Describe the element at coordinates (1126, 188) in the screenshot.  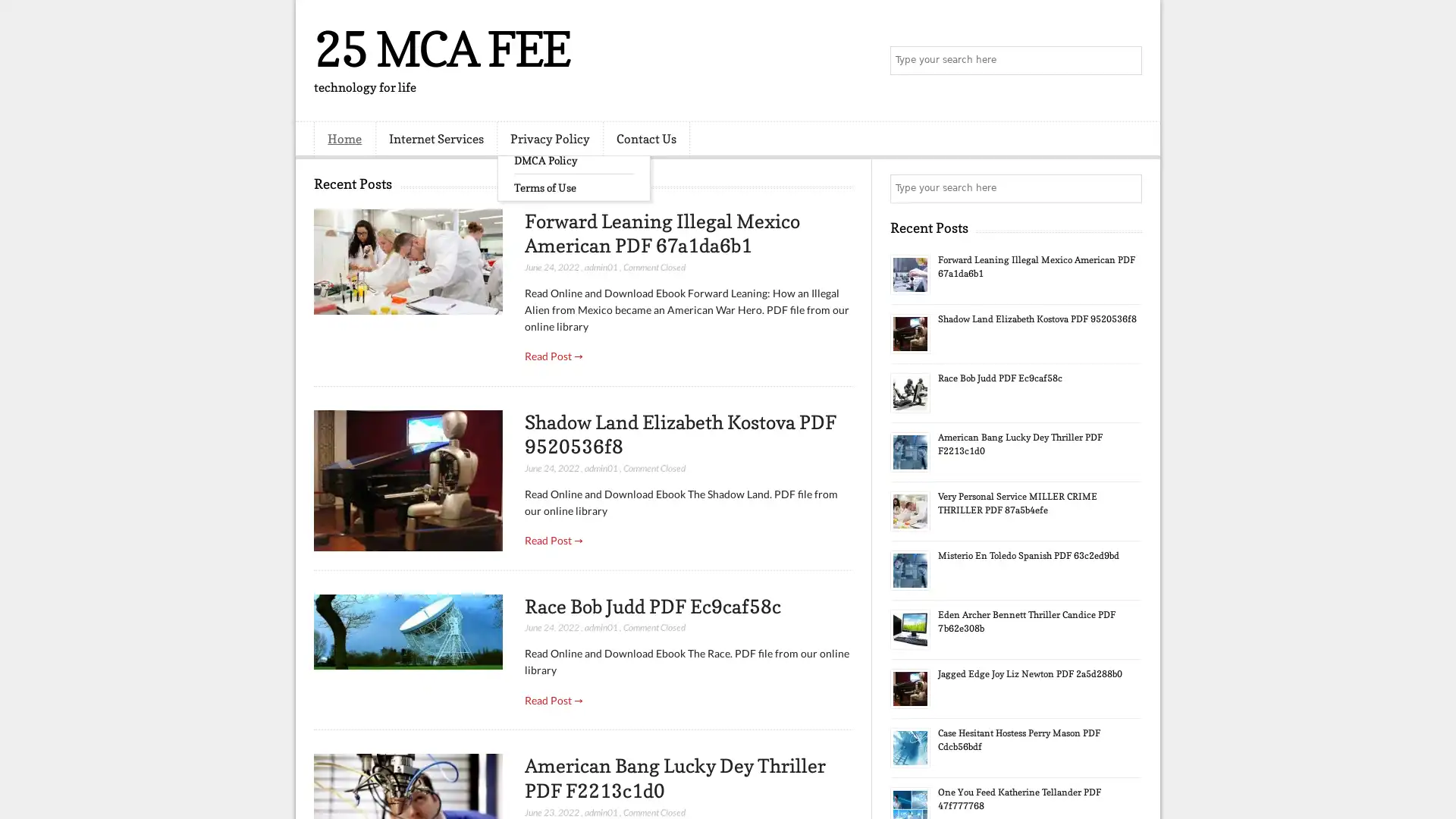
I see `Search` at that location.